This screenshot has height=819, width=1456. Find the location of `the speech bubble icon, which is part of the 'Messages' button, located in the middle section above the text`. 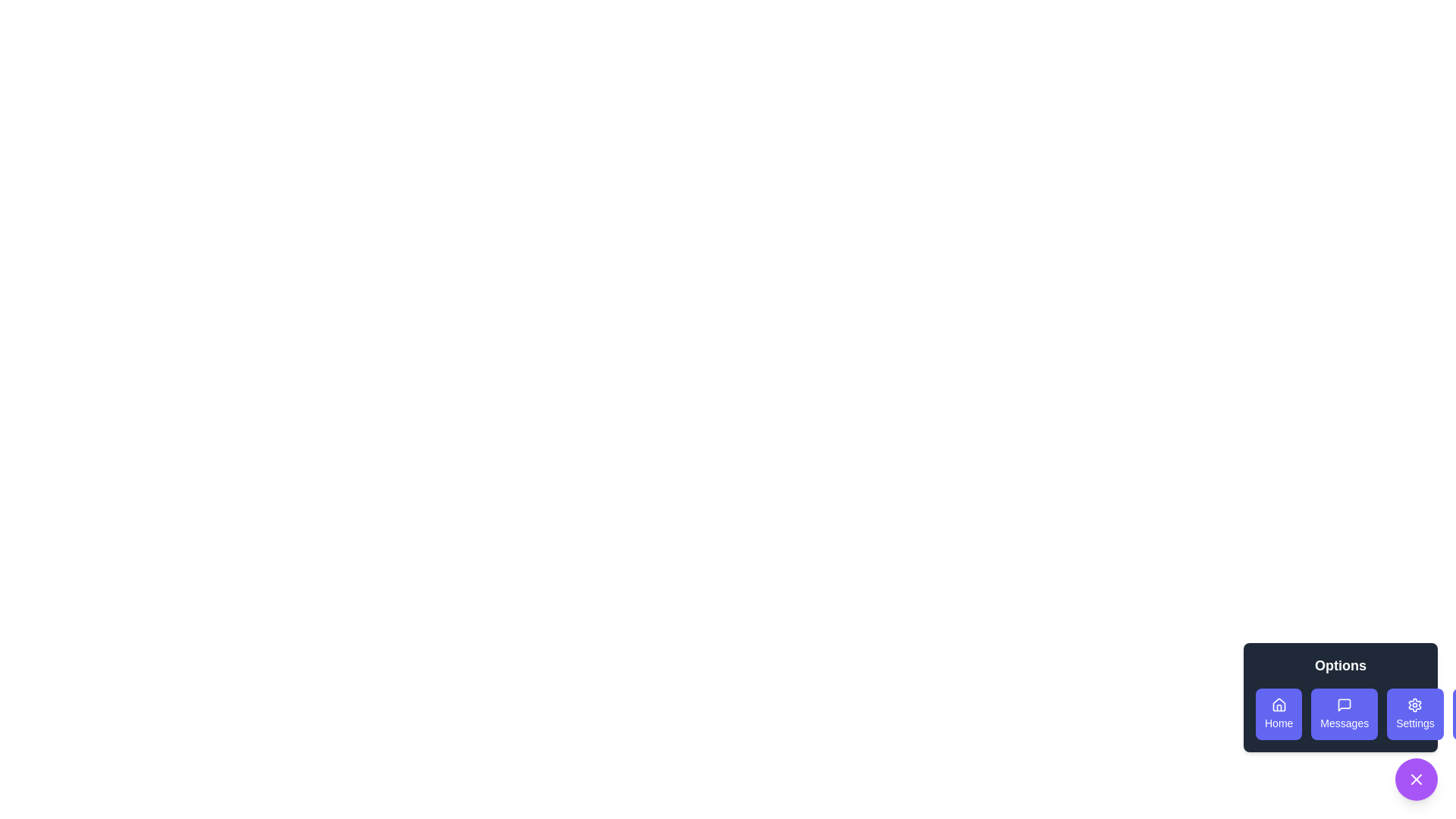

the speech bubble icon, which is part of the 'Messages' button, located in the middle section above the text is located at coordinates (1345, 704).